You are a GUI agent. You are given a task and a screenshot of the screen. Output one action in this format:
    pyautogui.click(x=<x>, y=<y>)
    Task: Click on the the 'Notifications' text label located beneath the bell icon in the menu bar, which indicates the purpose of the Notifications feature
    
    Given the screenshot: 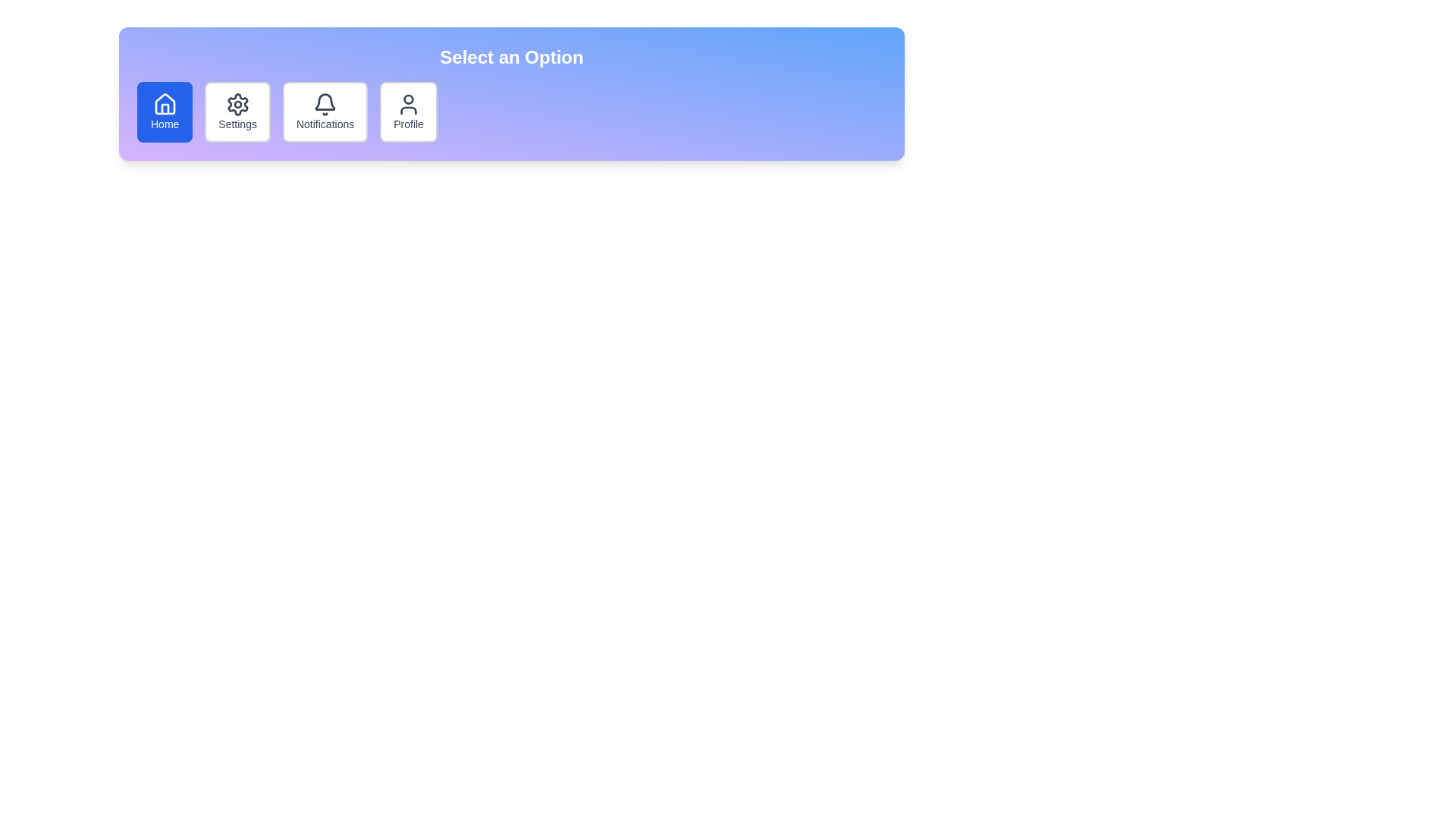 What is the action you would take?
    pyautogui.click(x=325, y=124)
    